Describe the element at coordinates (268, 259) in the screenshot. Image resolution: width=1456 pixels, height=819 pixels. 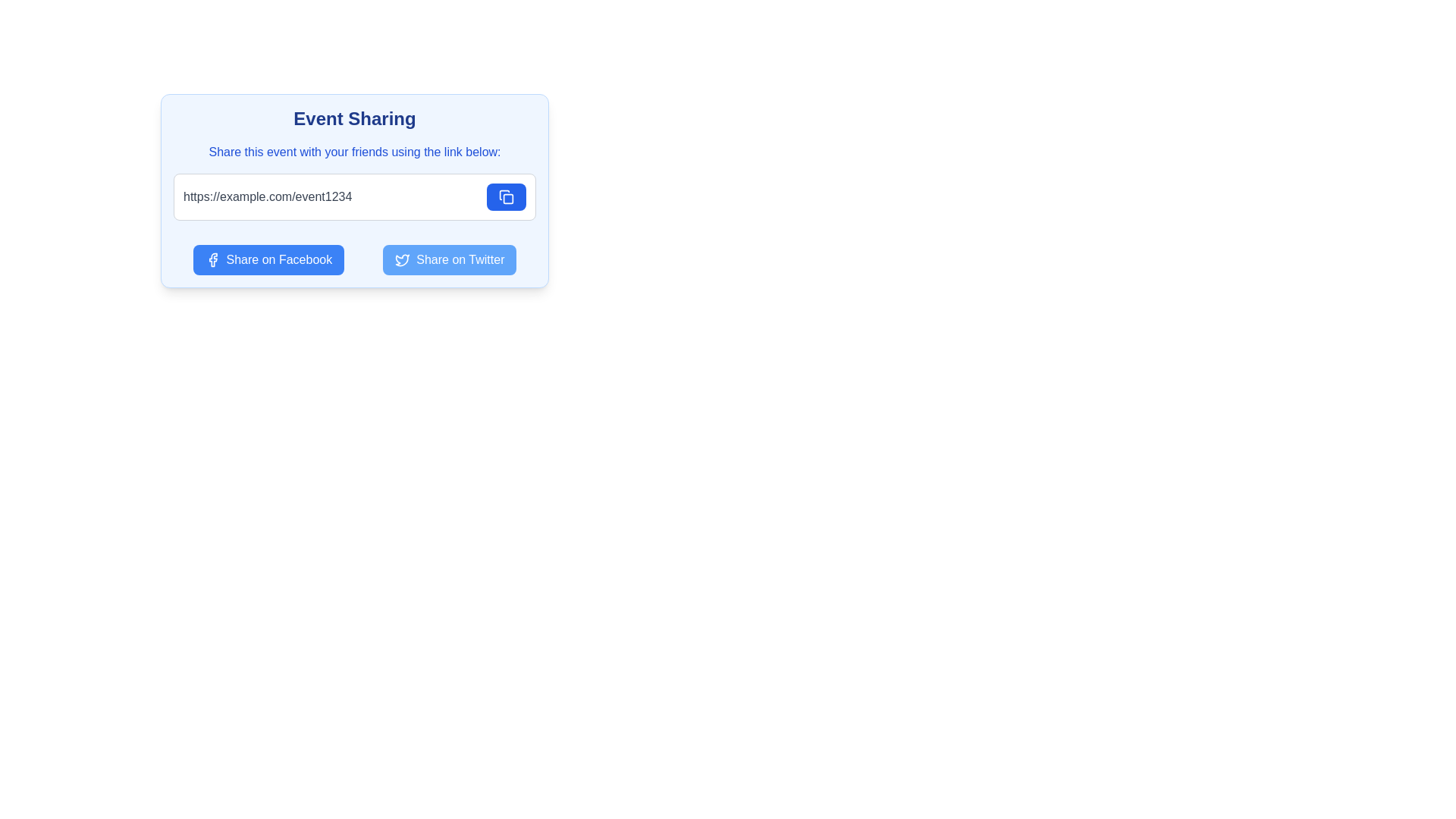
I see `the rounded rectangular blue button with the white Facebook logo and the text 'Share on Facebook'` at that location.